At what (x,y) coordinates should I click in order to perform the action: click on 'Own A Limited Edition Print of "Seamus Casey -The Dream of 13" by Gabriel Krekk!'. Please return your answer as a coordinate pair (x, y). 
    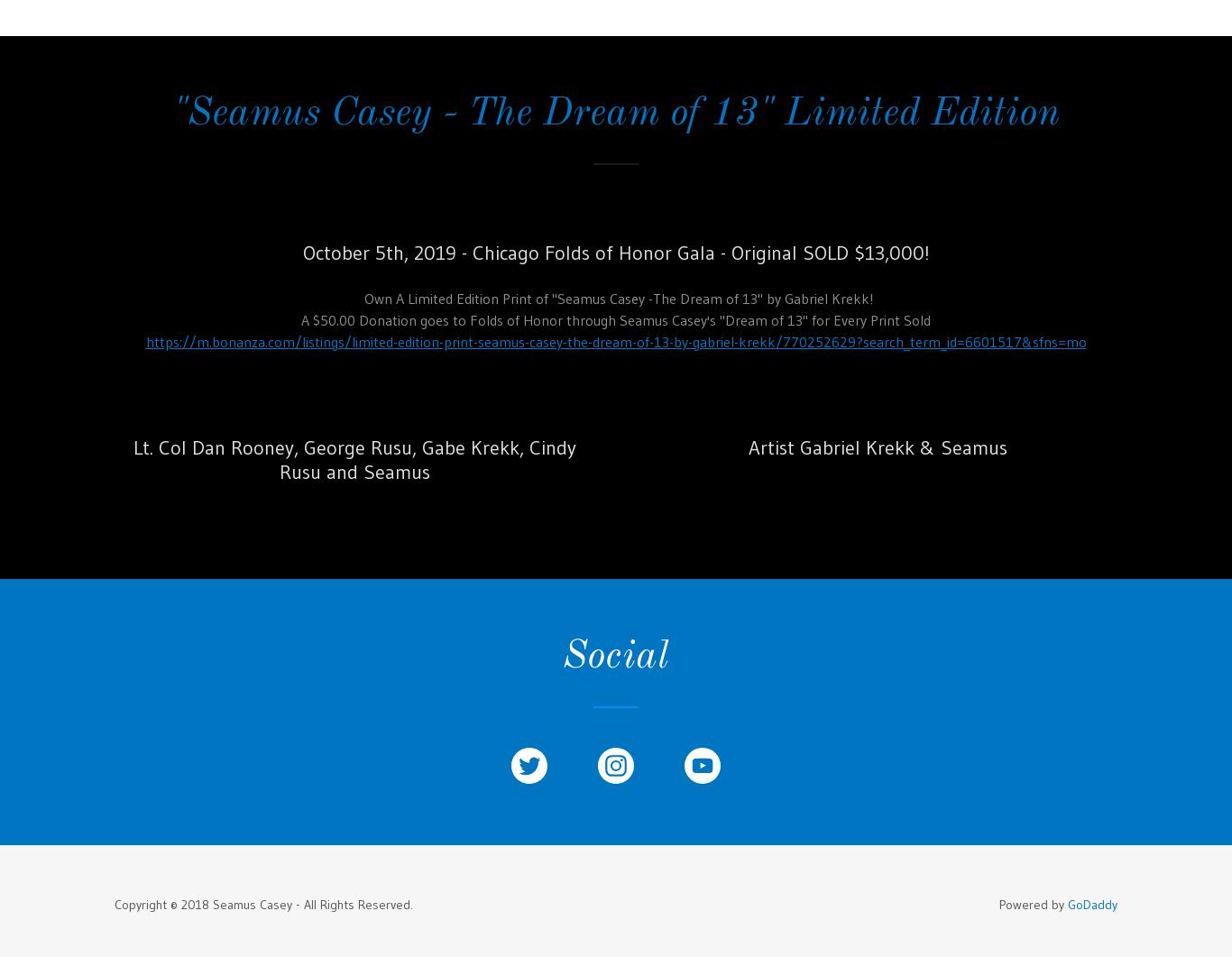
    Looking at the image, I should click on (356, 296).